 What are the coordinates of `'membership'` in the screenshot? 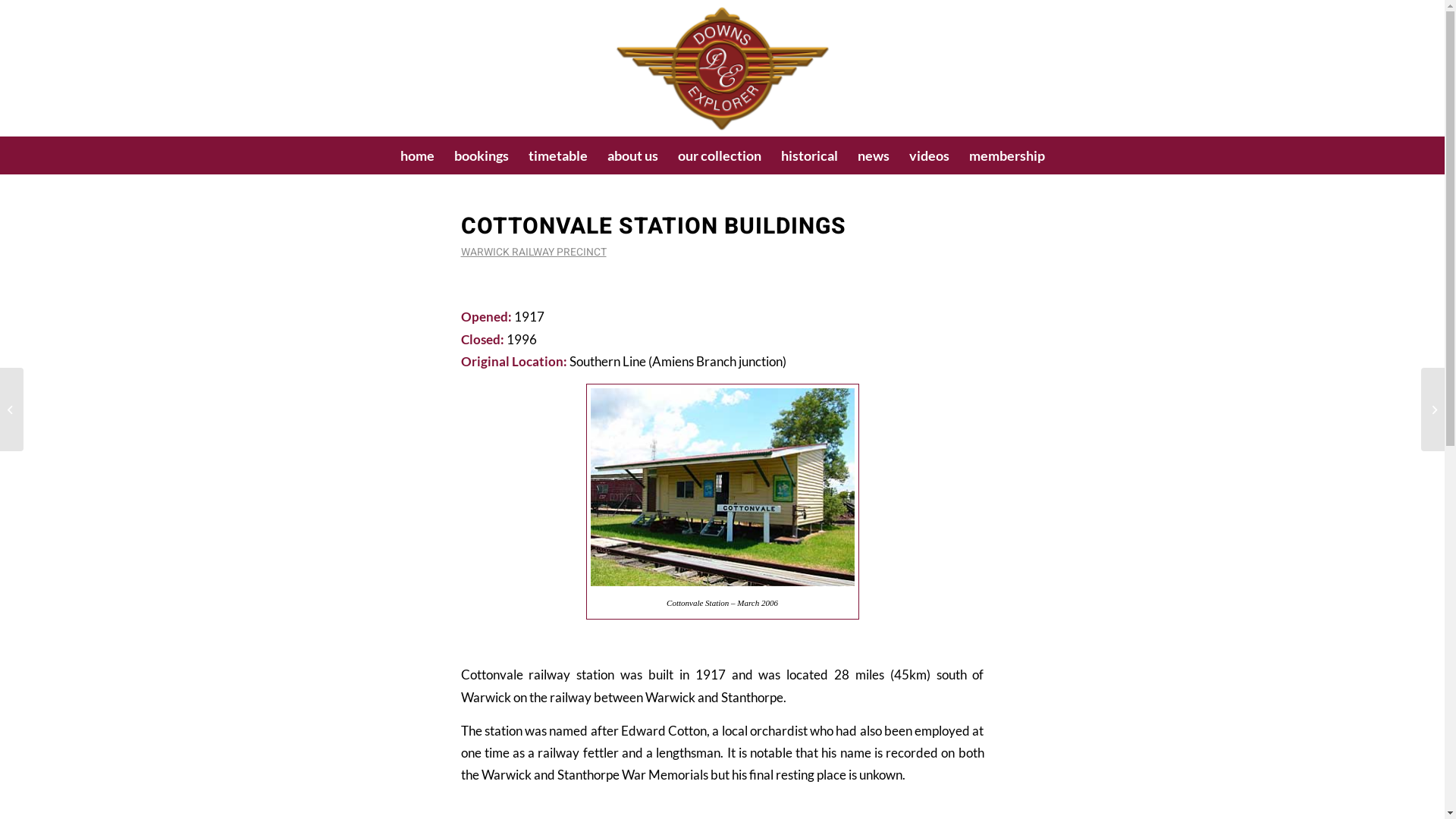 It's located at (1006, 155).